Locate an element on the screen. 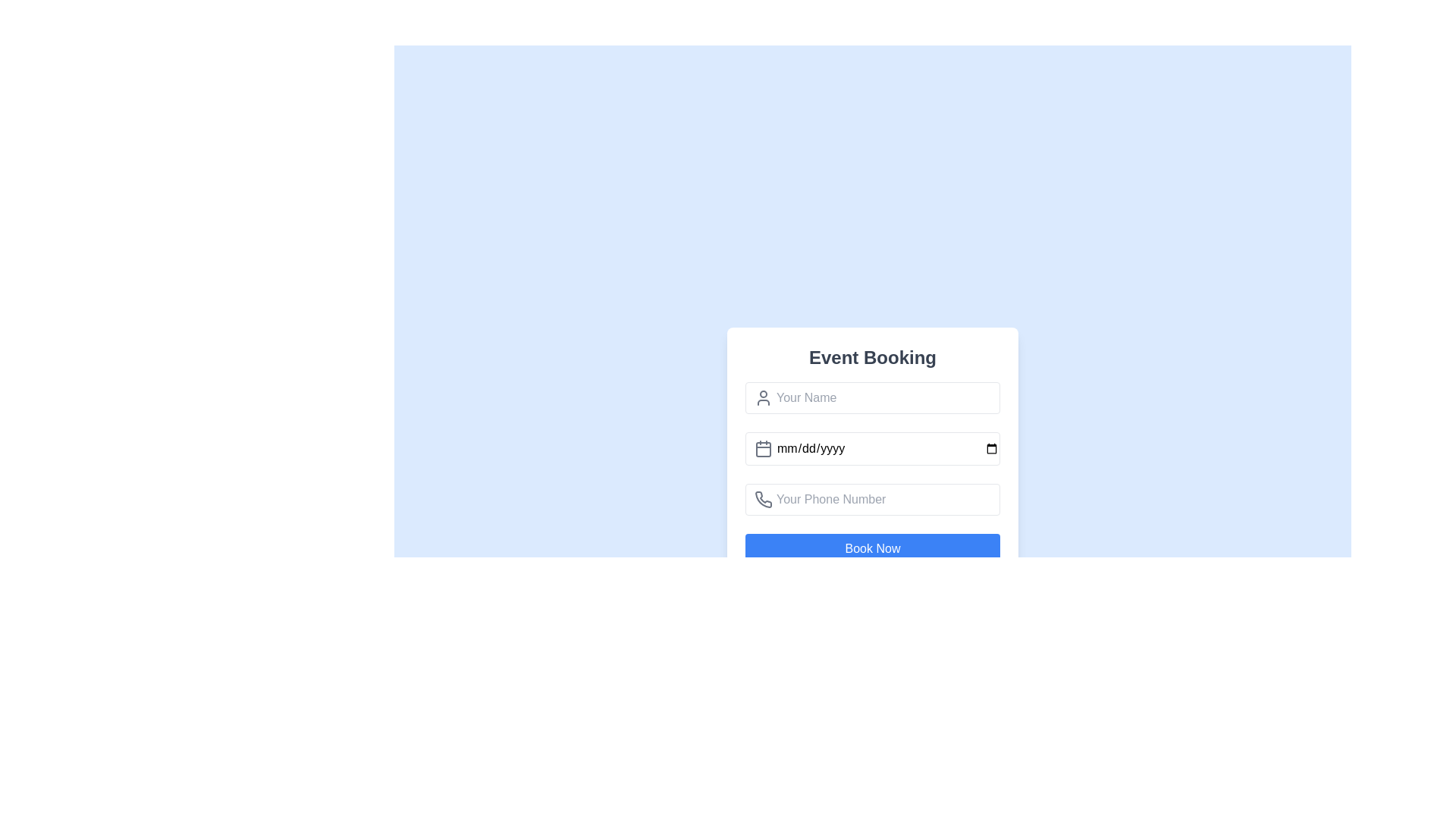 The height and width of the screenshot is (819, 1456). the graphical background of the calendar icon located to the left of the 'mm/dd/yyyy' input field in the 'Event Booking' form is located at coordinates (764, 449).